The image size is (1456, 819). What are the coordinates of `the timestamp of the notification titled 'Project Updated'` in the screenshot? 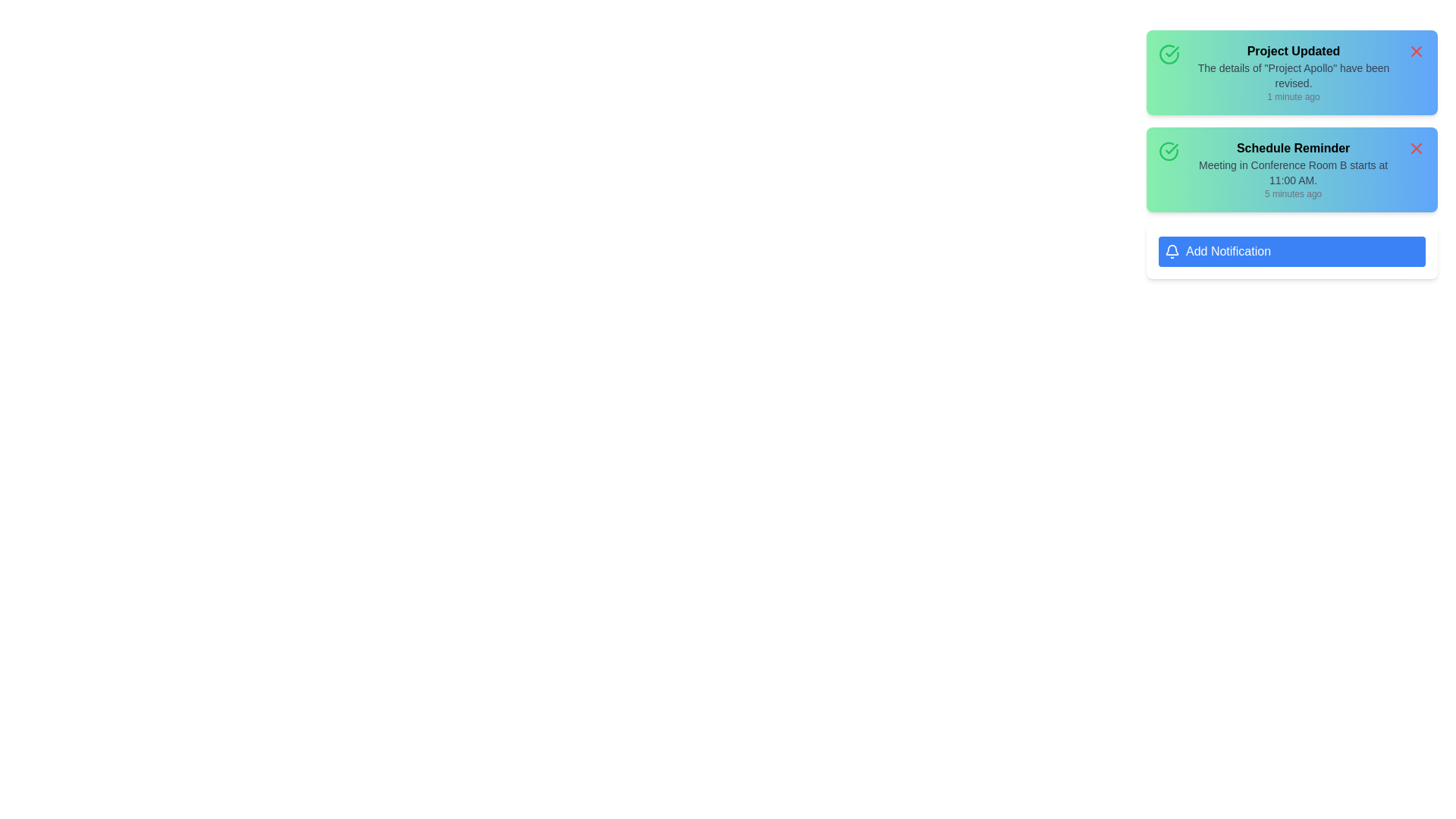 It's located at (1292, 96).